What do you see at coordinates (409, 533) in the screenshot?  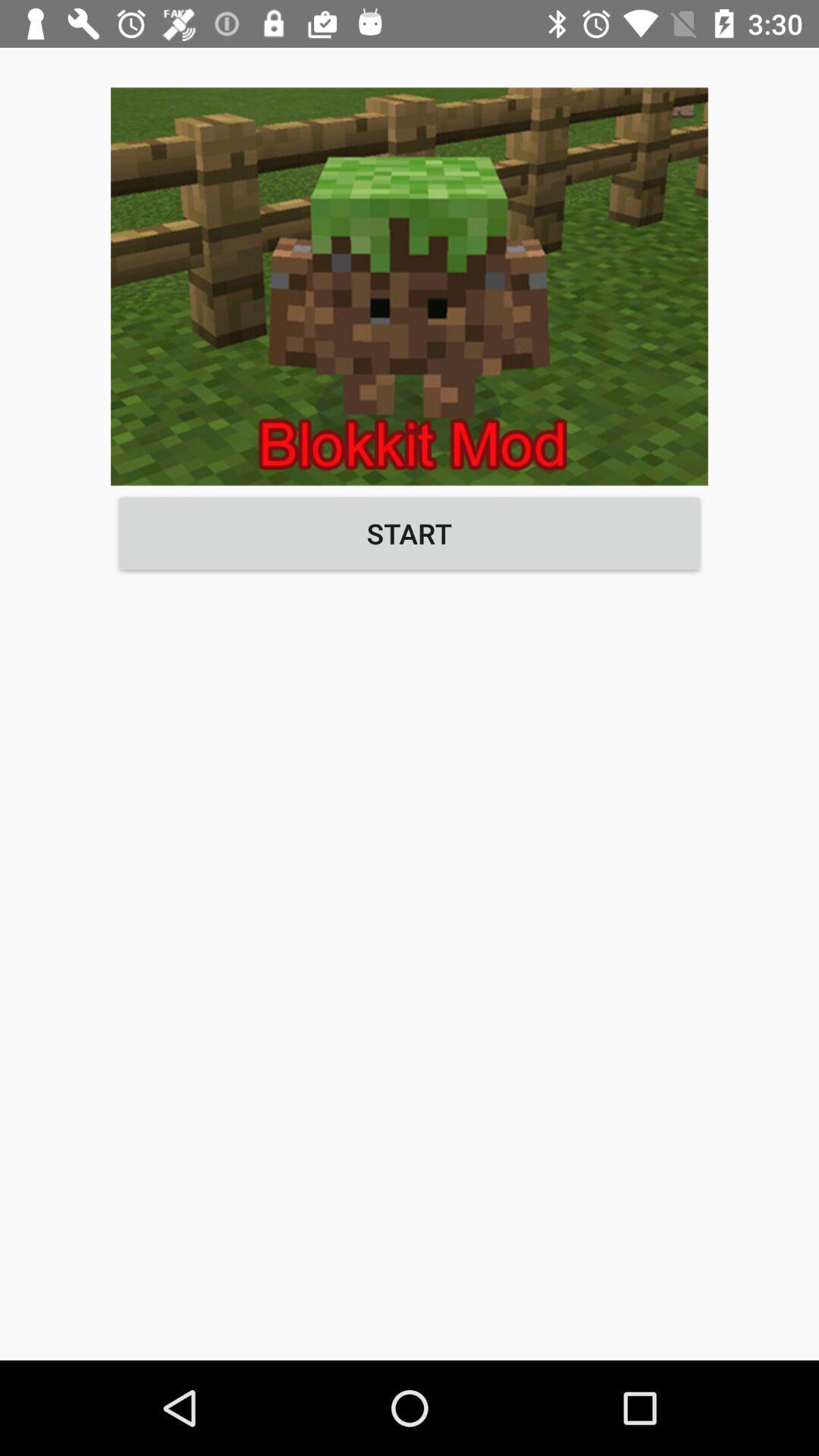 I see `button at the center` at bounding box center [409, 533].